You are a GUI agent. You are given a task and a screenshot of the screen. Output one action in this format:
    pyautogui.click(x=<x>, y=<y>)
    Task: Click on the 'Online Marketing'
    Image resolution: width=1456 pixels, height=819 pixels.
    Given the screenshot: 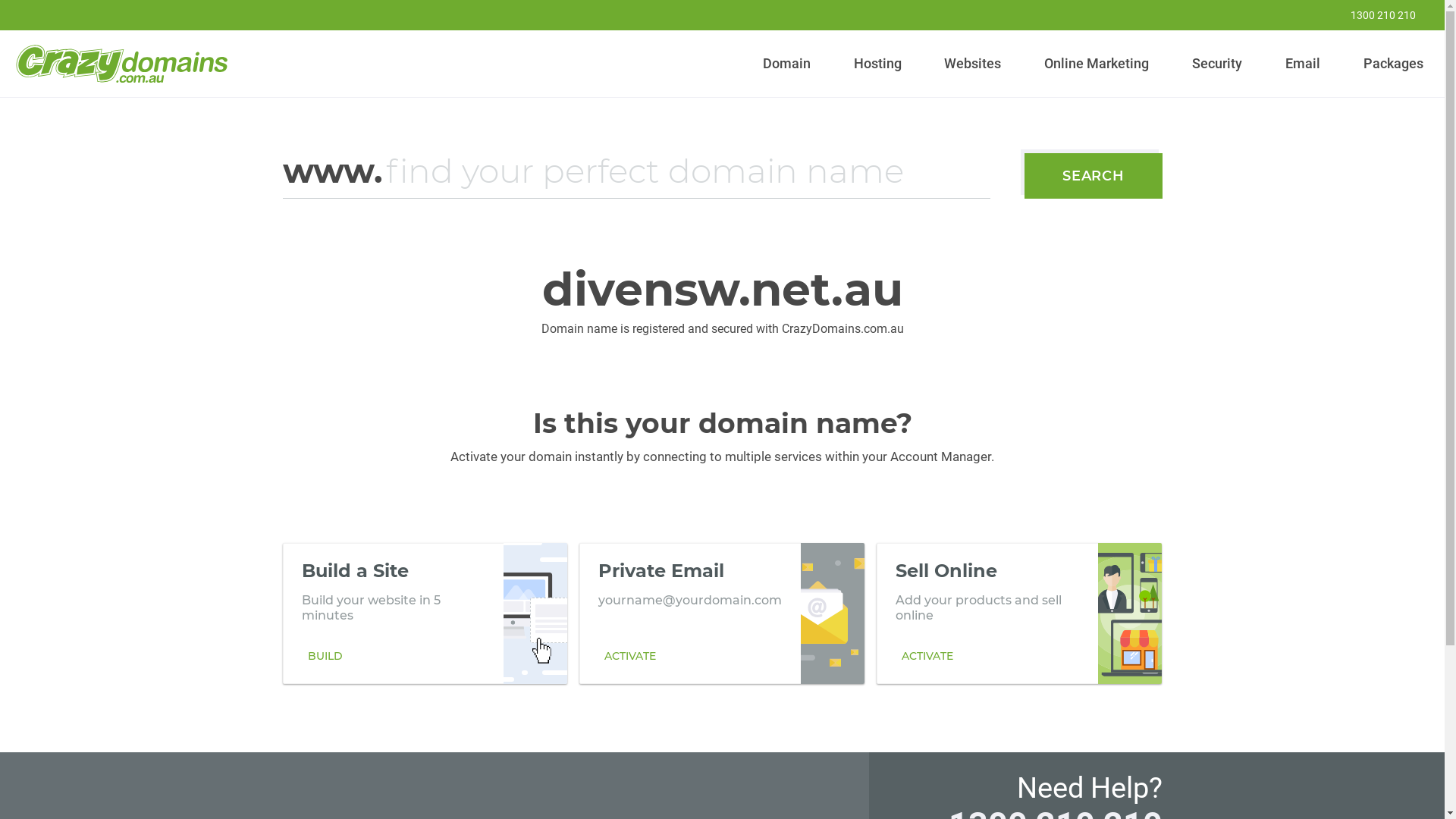 What is the action you would take?
    pyautogui.click(x=1097, y=63)
    